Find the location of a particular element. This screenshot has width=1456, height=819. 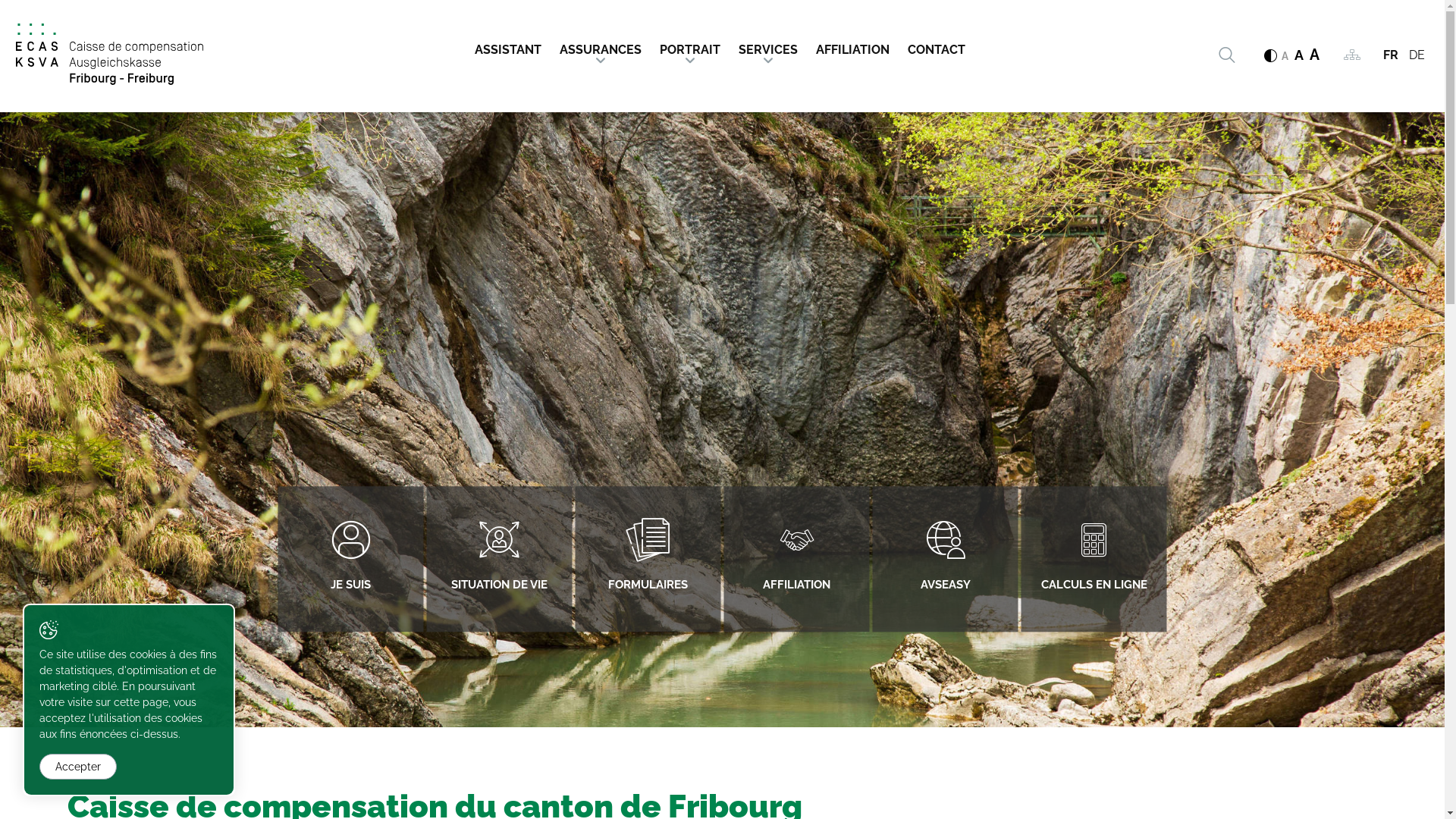

'AVSEASY' is located at coordinates (944, 559).